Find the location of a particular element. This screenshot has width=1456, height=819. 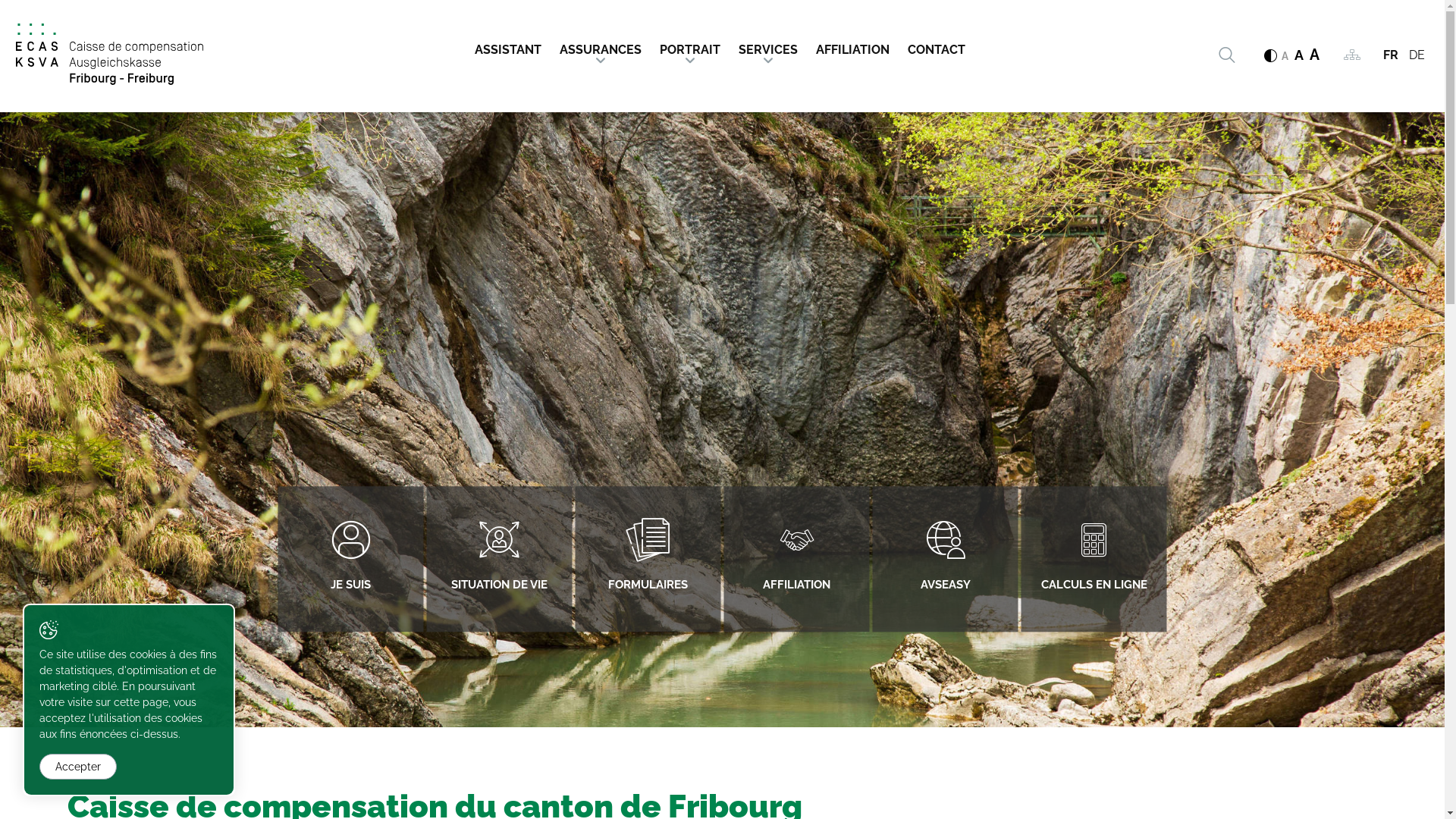

'AVSEASY' is located at coordinates (944, 559).